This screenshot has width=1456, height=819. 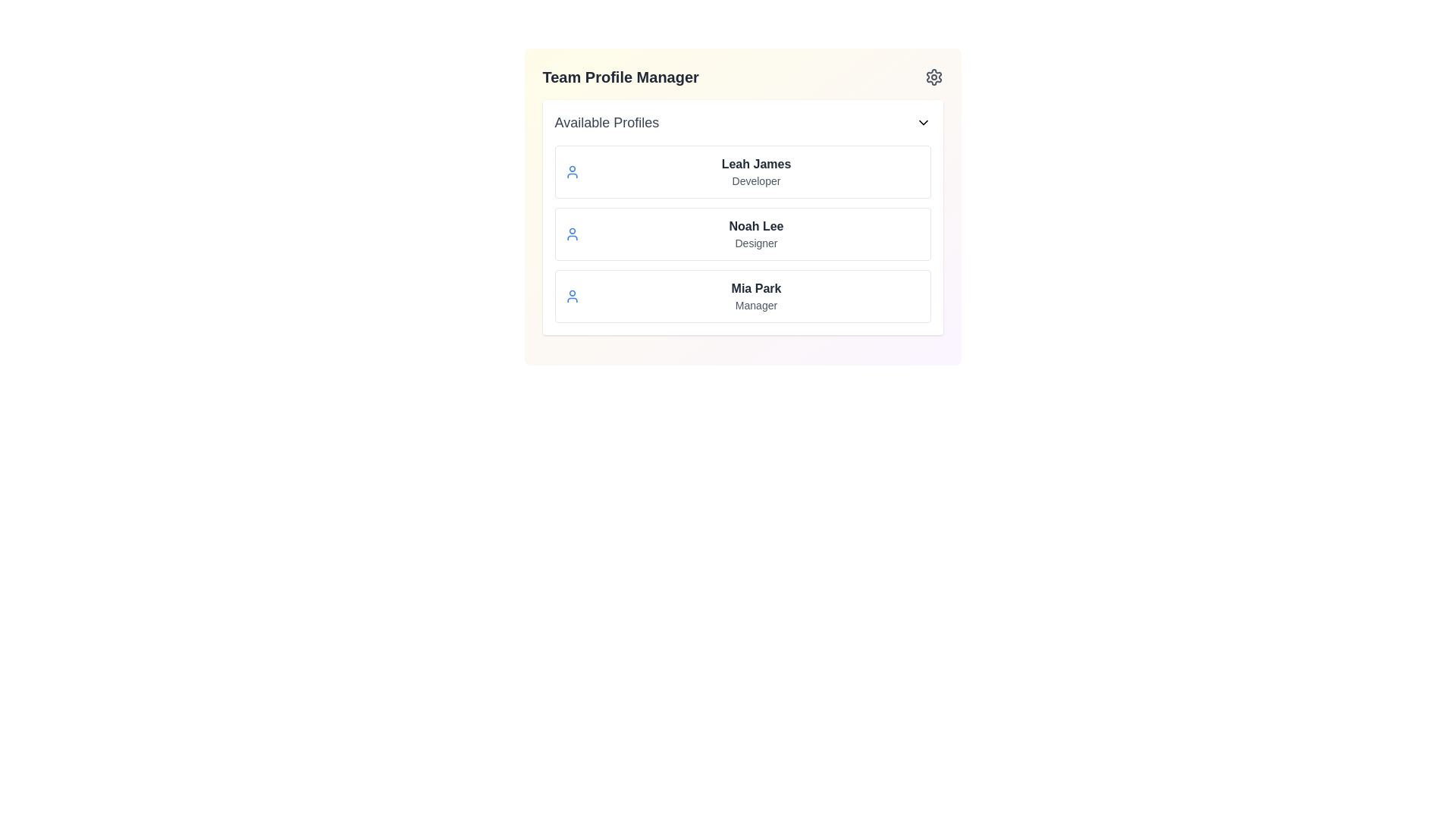 What do you see at coordinates (571, 171) in the screenshot?
I see `the user icon for 'Leah James Developer', a blue SVG icon located at the top left corner of the profile entry` at bounding box center [571, 171].